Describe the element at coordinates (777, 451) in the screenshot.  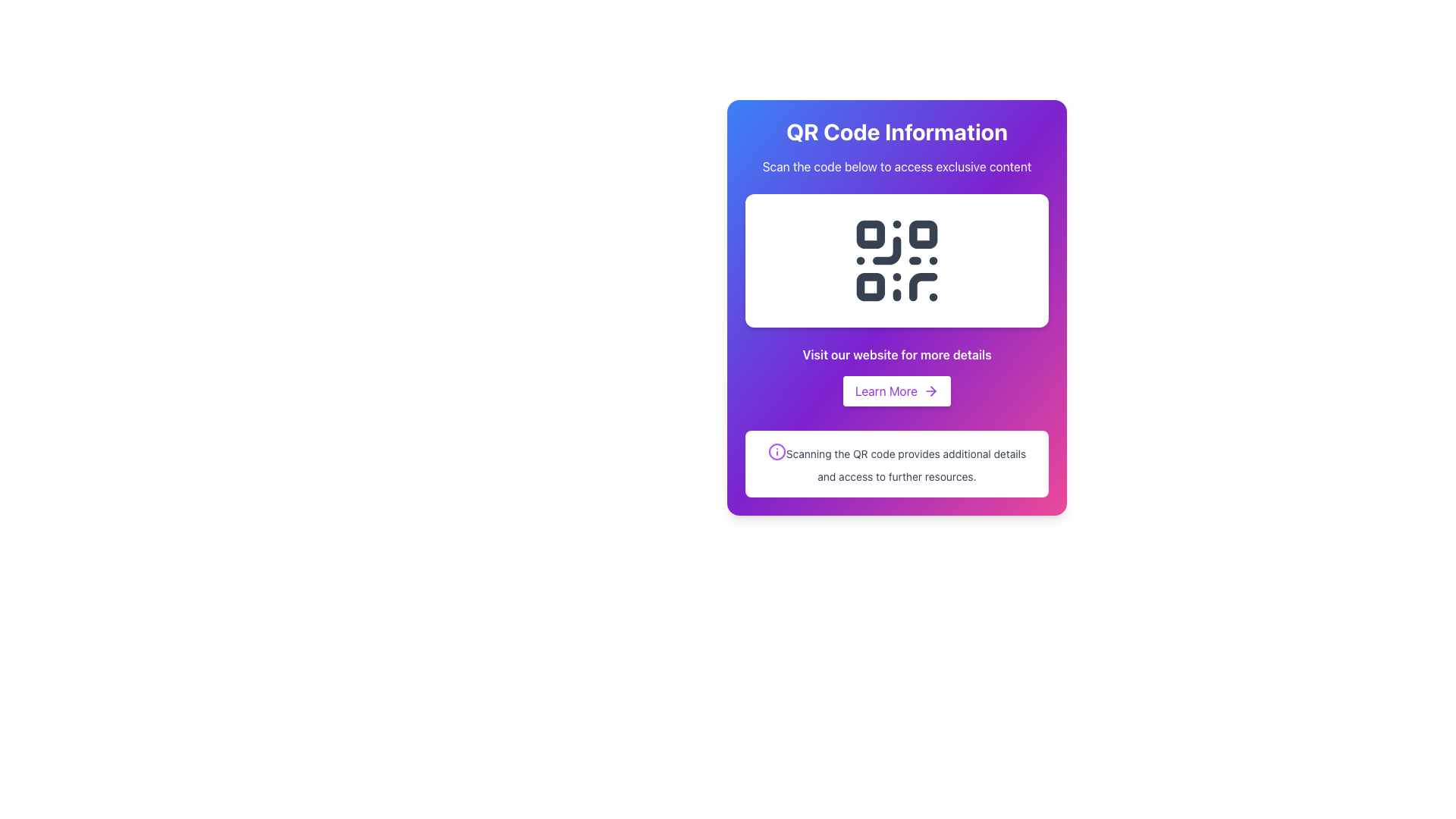
I see `the decorative icon located at the bottom-left corner of the panel with a white background, adjacent to the text describing QR code scanning` at that location.